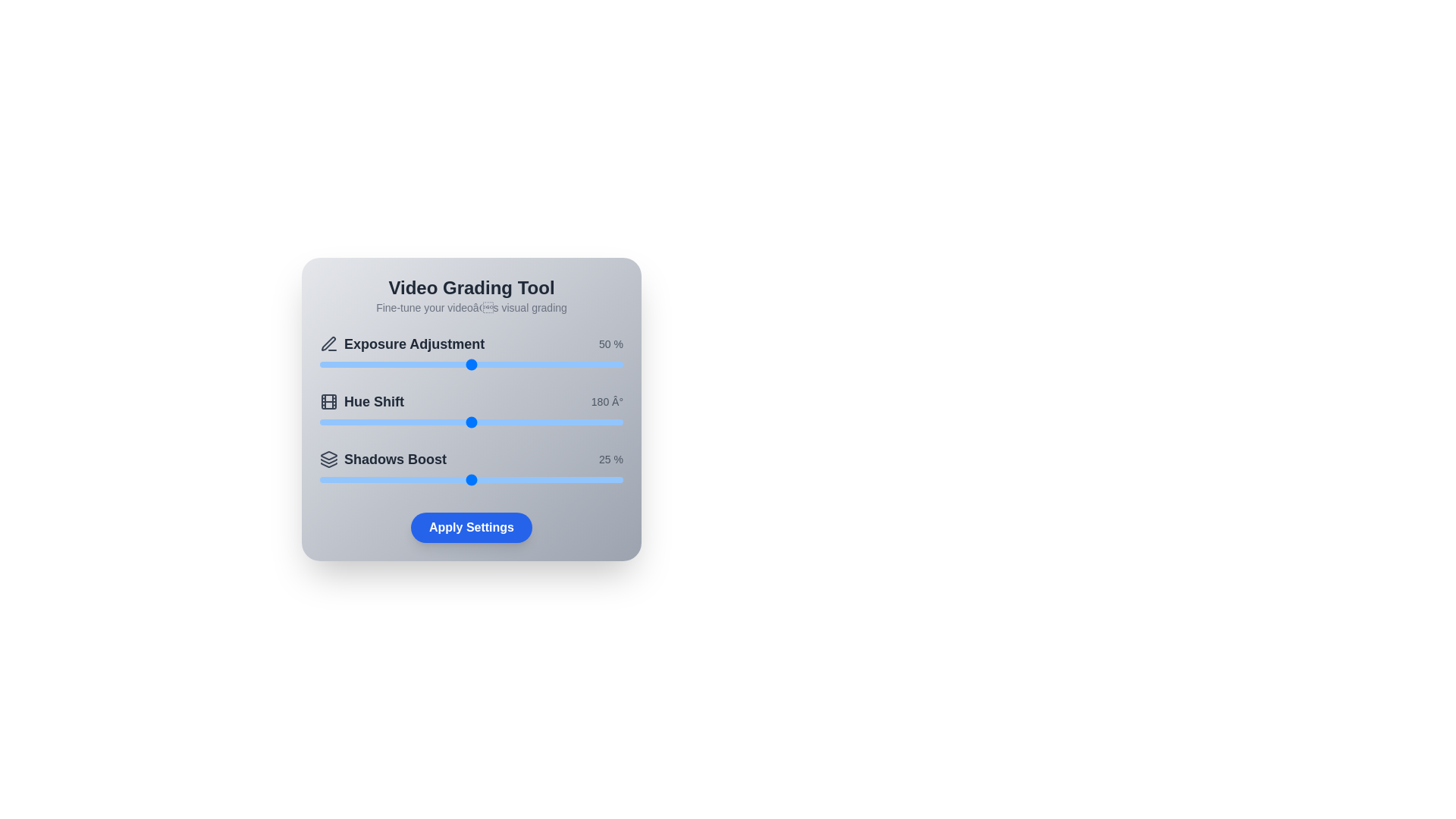 This screenshot has width=1456, height=819. What do you see at coordinates (328, 400) in the screenshot?
I see `the 'Hue Shift' icon located to the left of the 'Hue Shift' text in the central section of the interface` at bounding box center [328, 400].